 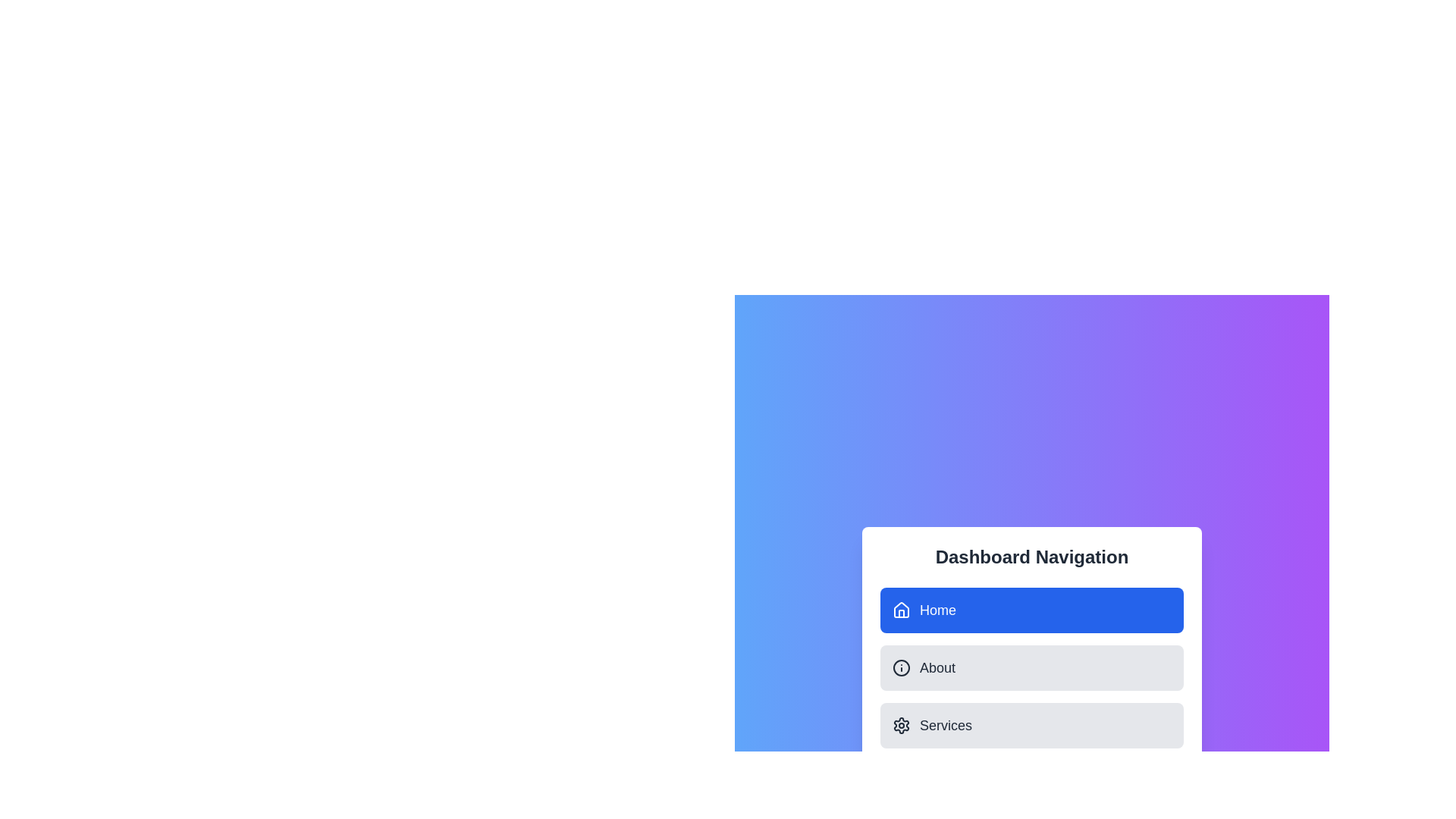 What do you see at coordinates (1031, 667) in the screenshot?
I see `the 'About' button located below the 'Home' button and above the 'Services' button in the navigation section` at bounding box center [1031, 667].